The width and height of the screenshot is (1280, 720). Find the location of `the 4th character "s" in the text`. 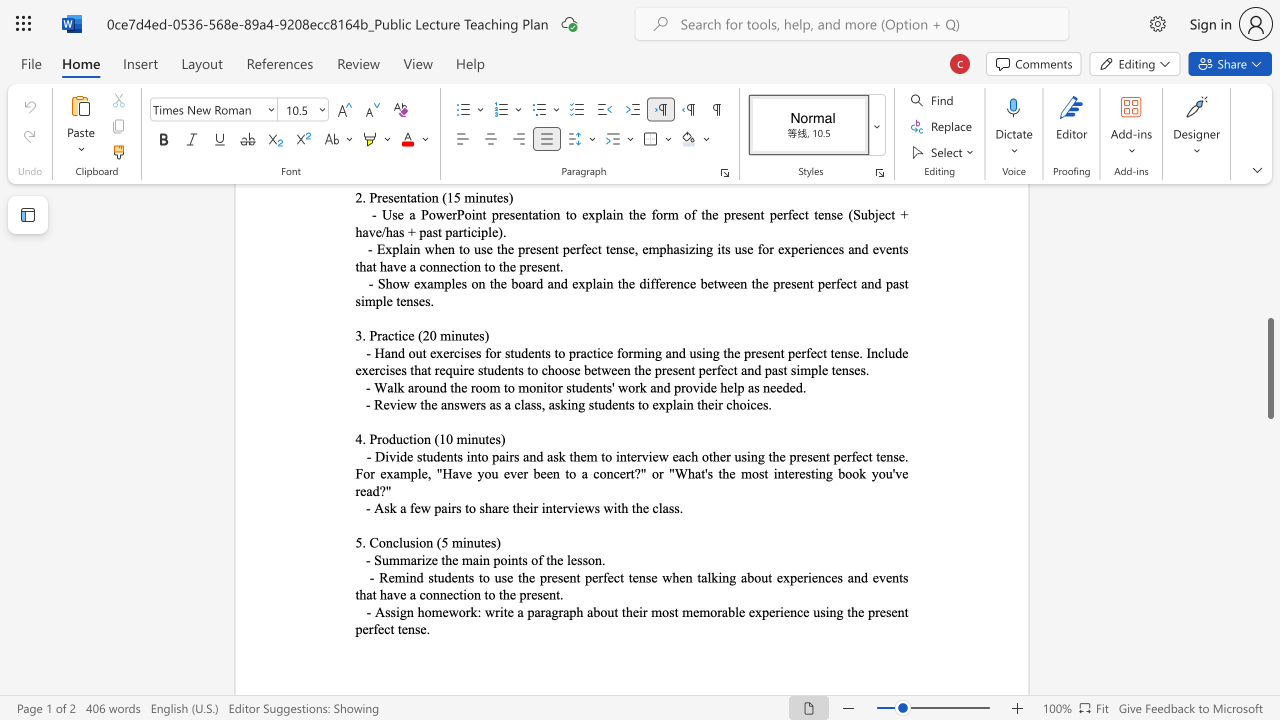

the 4th character "s" in the text is located at coordinates (822, 611).